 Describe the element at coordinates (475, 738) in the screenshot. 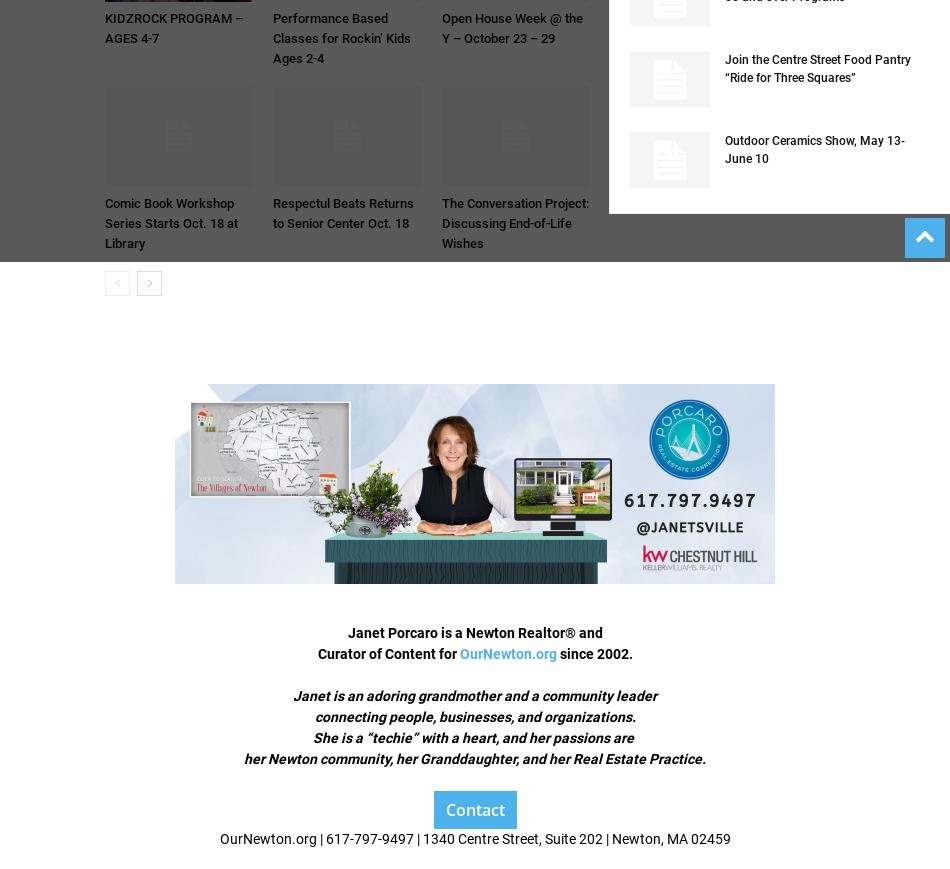

I see `'She is a “techie” with a heart, and her passions are'` at that location.